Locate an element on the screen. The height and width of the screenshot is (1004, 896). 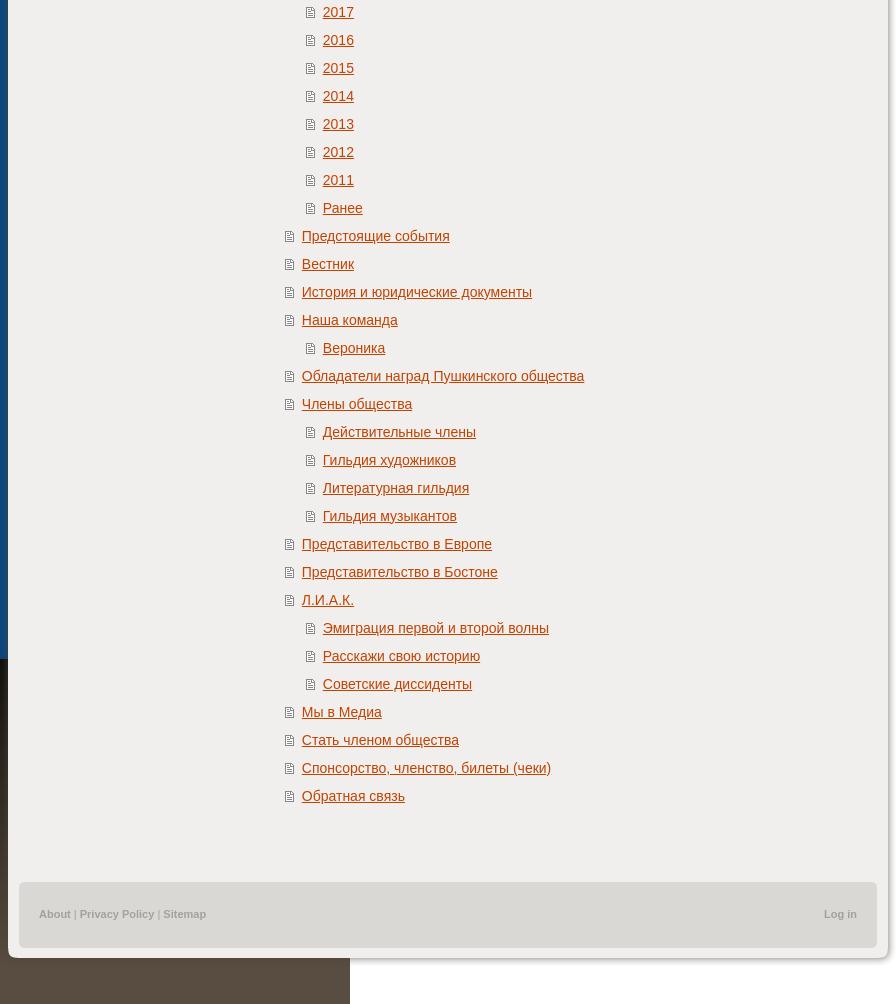
'Log in' is located at coordinates (840, 913).